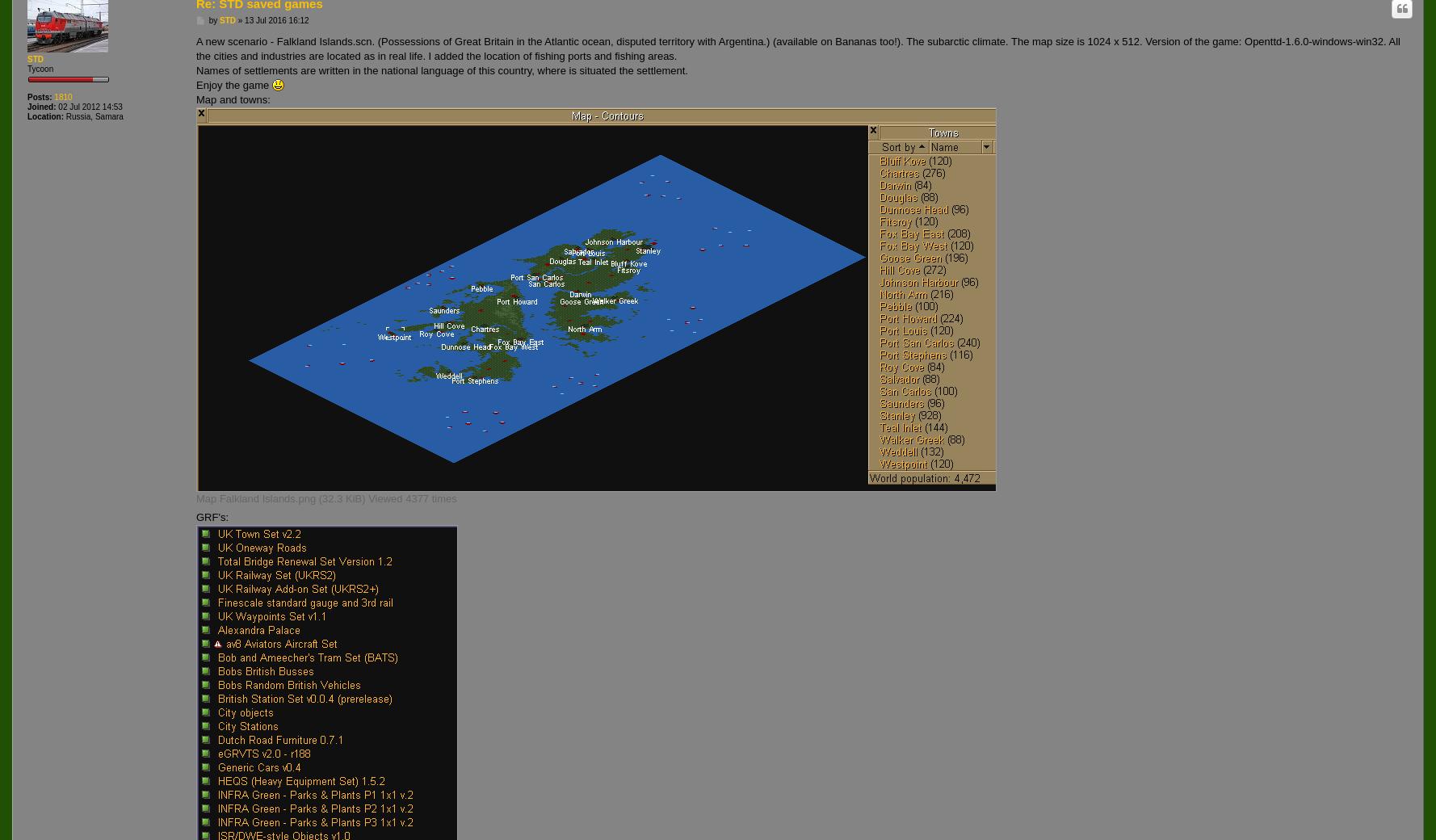 The height and width of the screenshot is (840, 1436). I want to click on 'Map and towns:', so click(195, 99).